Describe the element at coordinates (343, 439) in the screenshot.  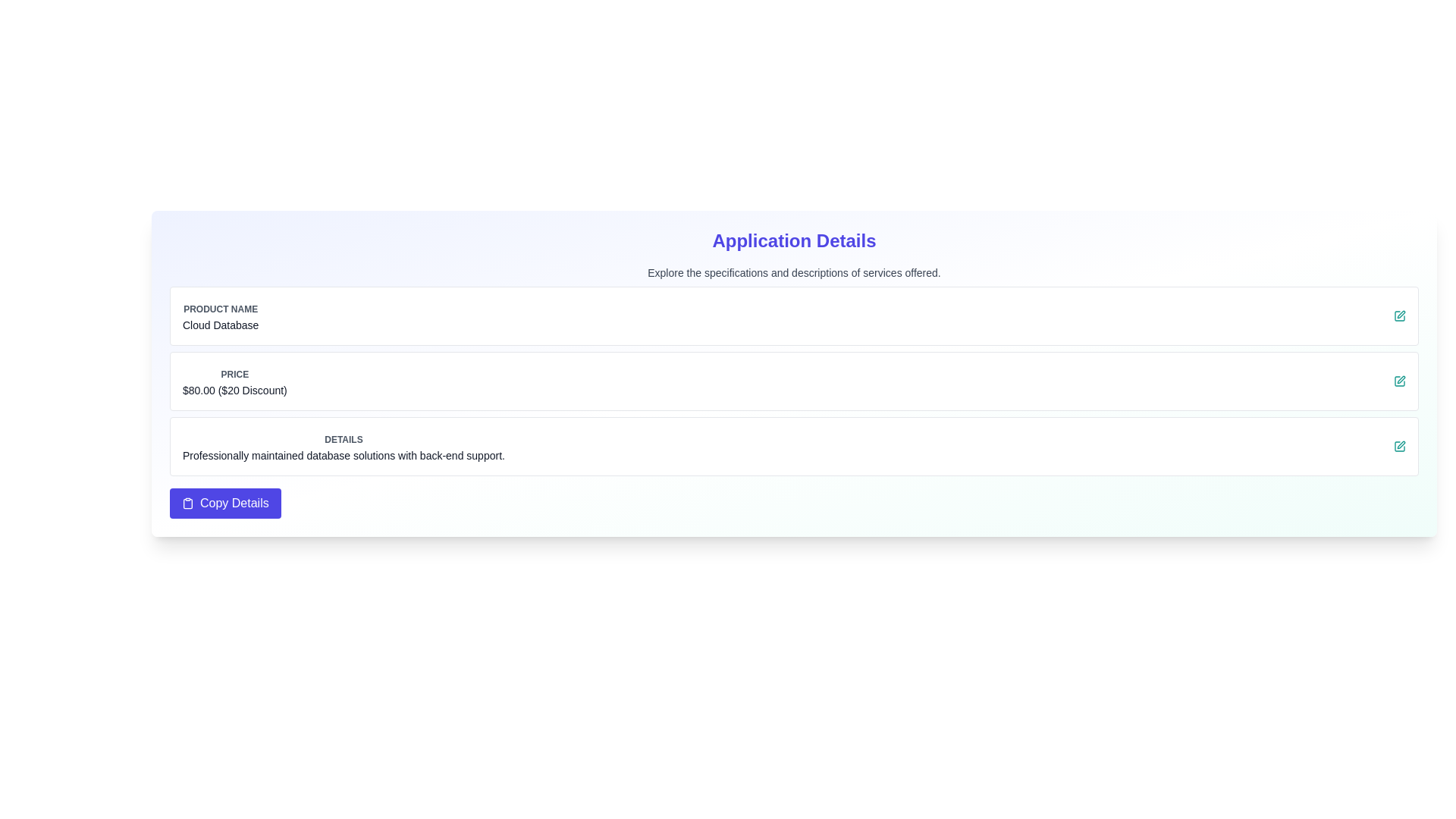
I see `the text label styled in small uppercase gray font with the text 'Details', located at the bottom section of the interface above a descriptive line about database solutions` at that location.